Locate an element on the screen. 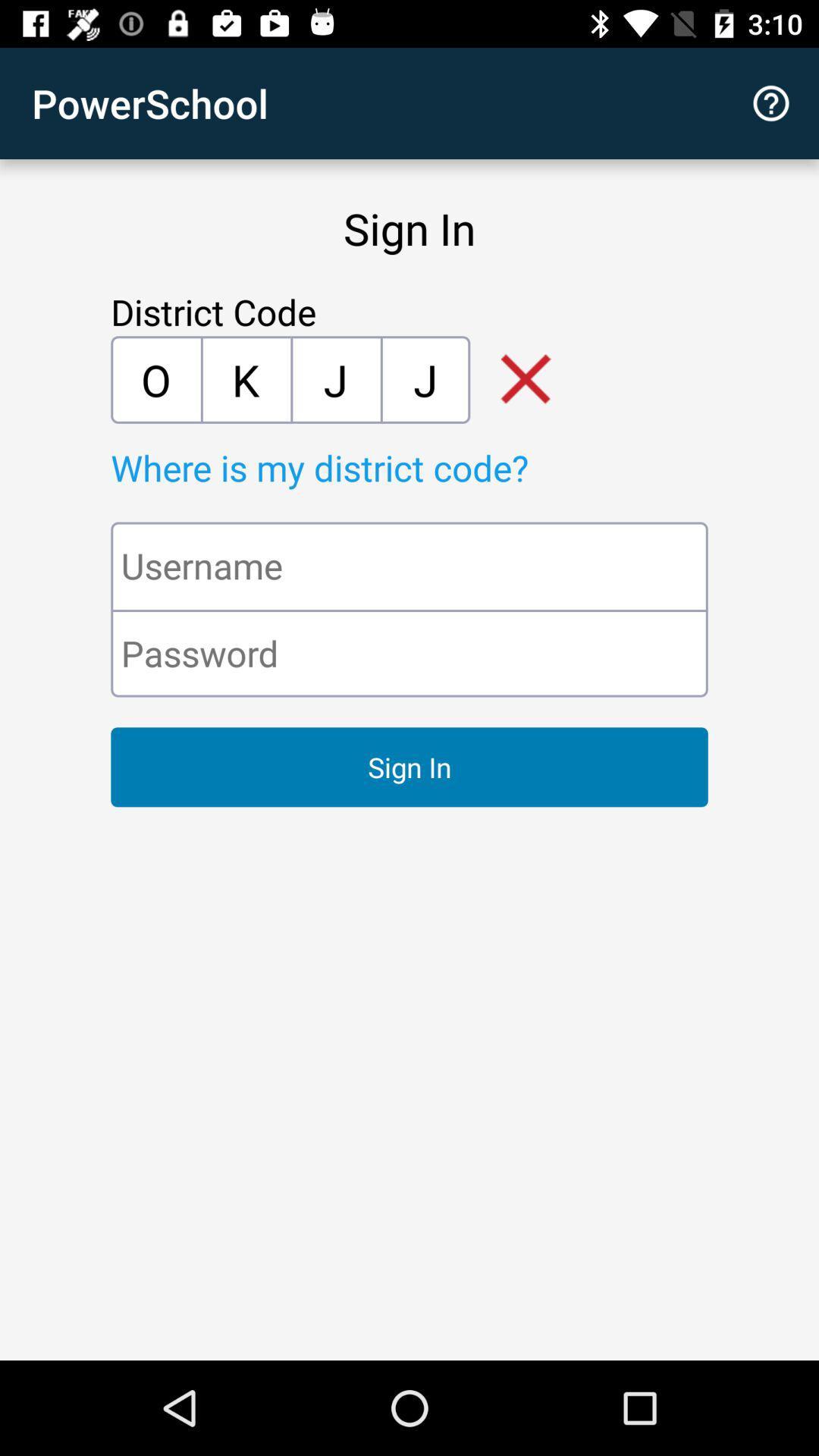  the item next to the k icon is located at coordinates (155, 379).